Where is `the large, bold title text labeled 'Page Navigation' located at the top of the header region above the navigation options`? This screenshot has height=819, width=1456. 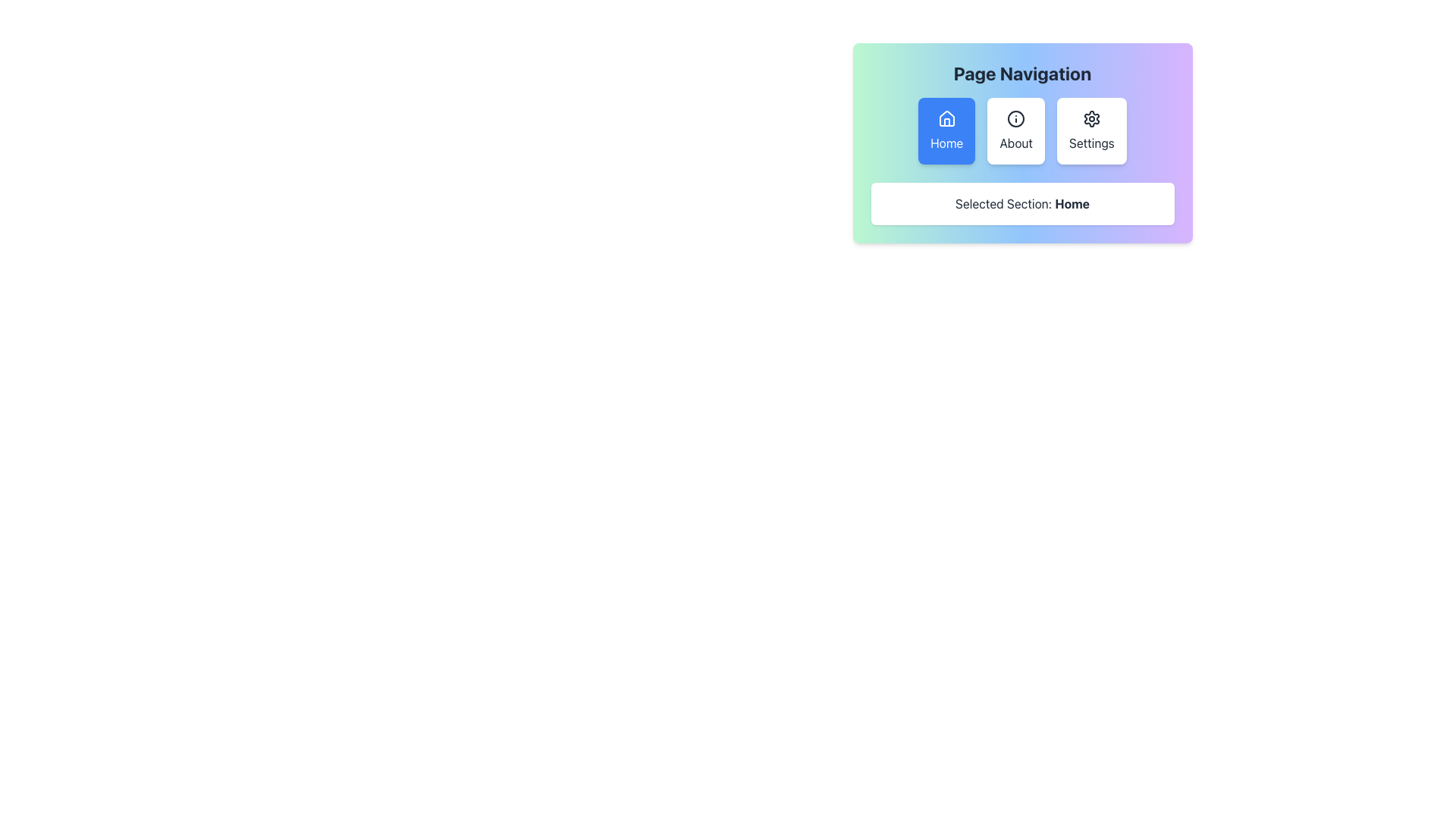
the large, bold title text labeled 'Page Navigation' located at the top of the header region above the navigation options is located at coordinates (1022, 73).